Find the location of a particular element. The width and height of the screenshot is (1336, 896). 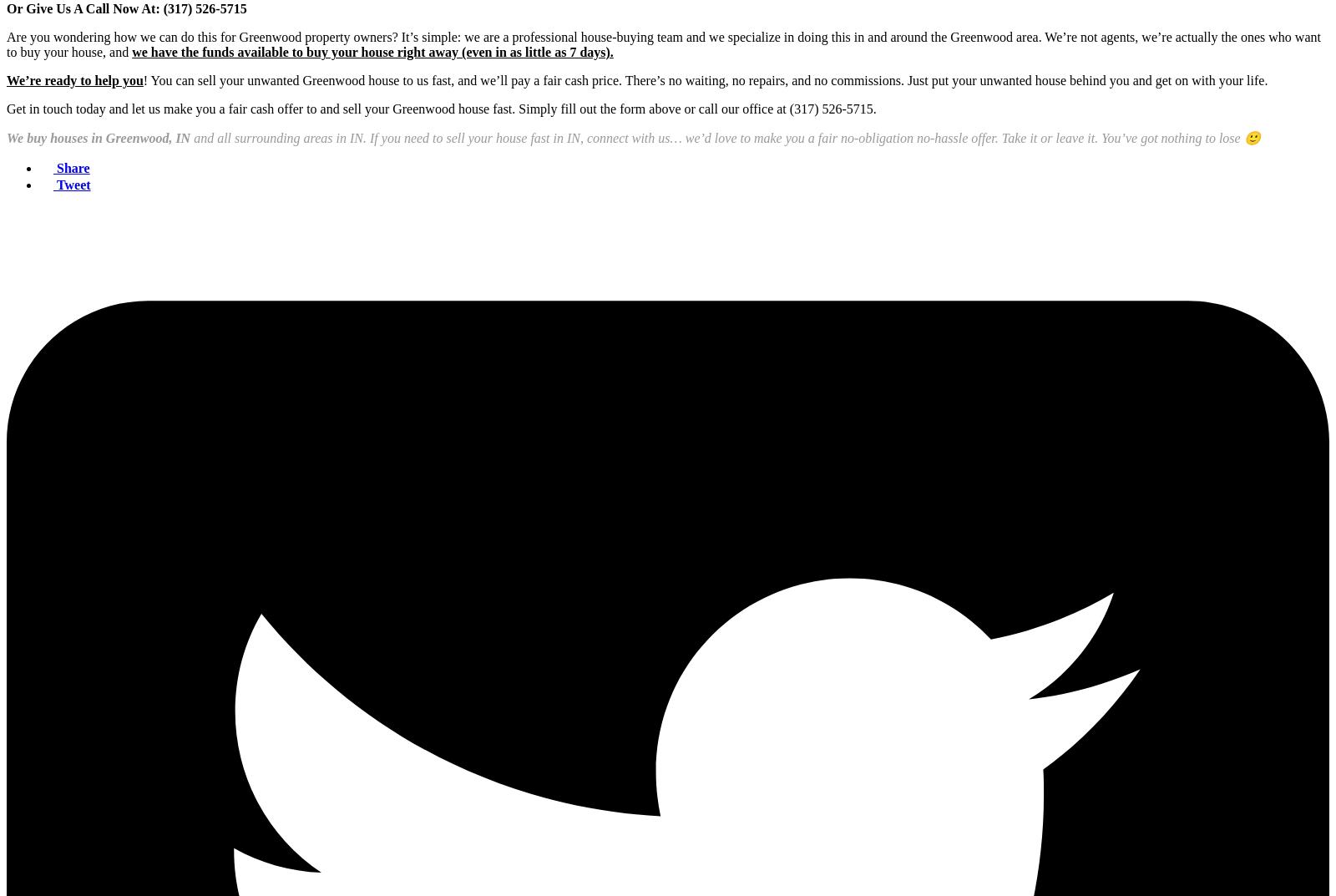

'Tweet' is located at coordinates (73, 185).